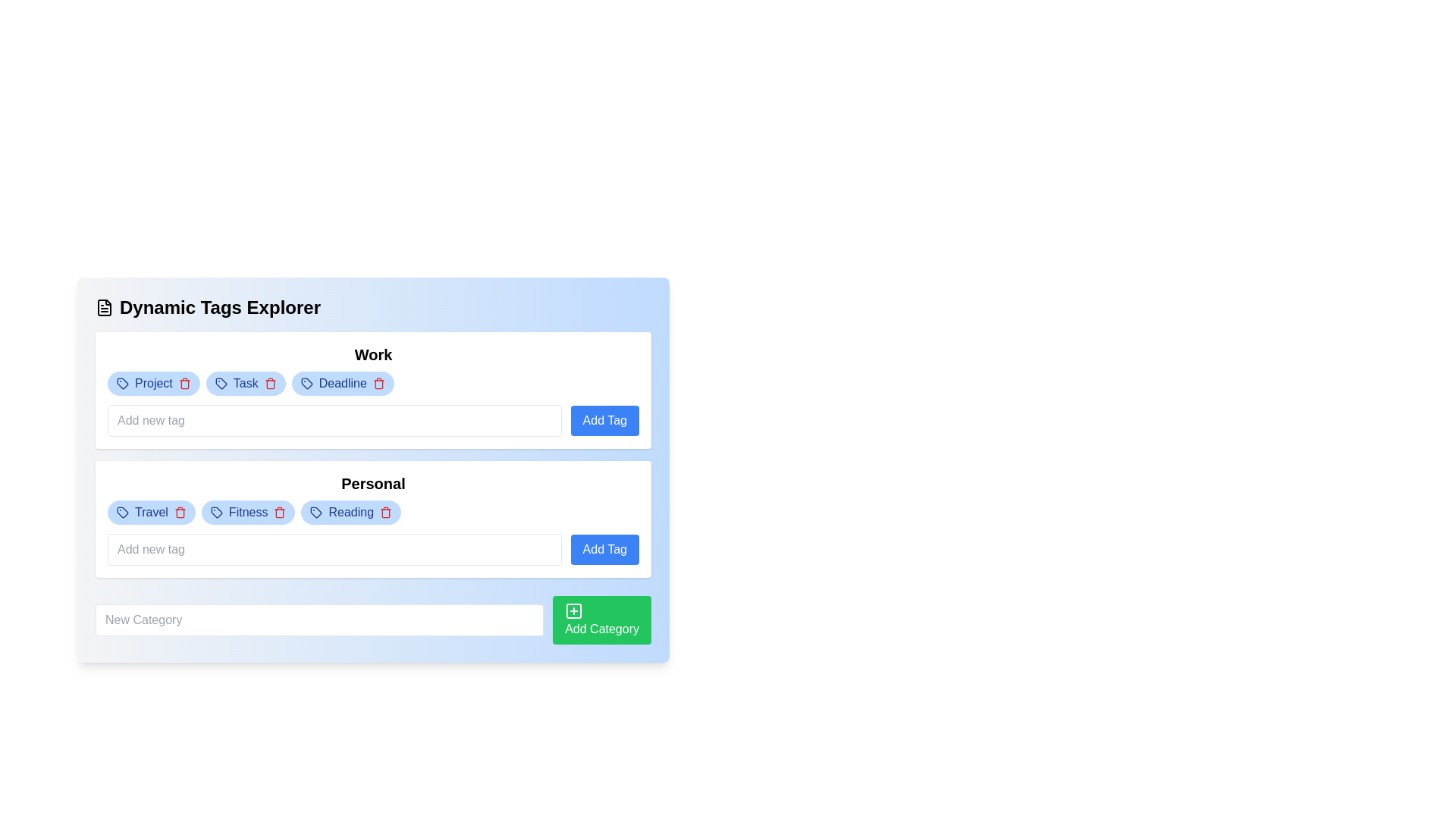  Describe the element at coordinates (342, 382) in the screenshot. I see `the red delete icon on the right side of the pill-shaped tag labeled 'Deadline' in the upper-row of tags under the 'Work' section` at that location.